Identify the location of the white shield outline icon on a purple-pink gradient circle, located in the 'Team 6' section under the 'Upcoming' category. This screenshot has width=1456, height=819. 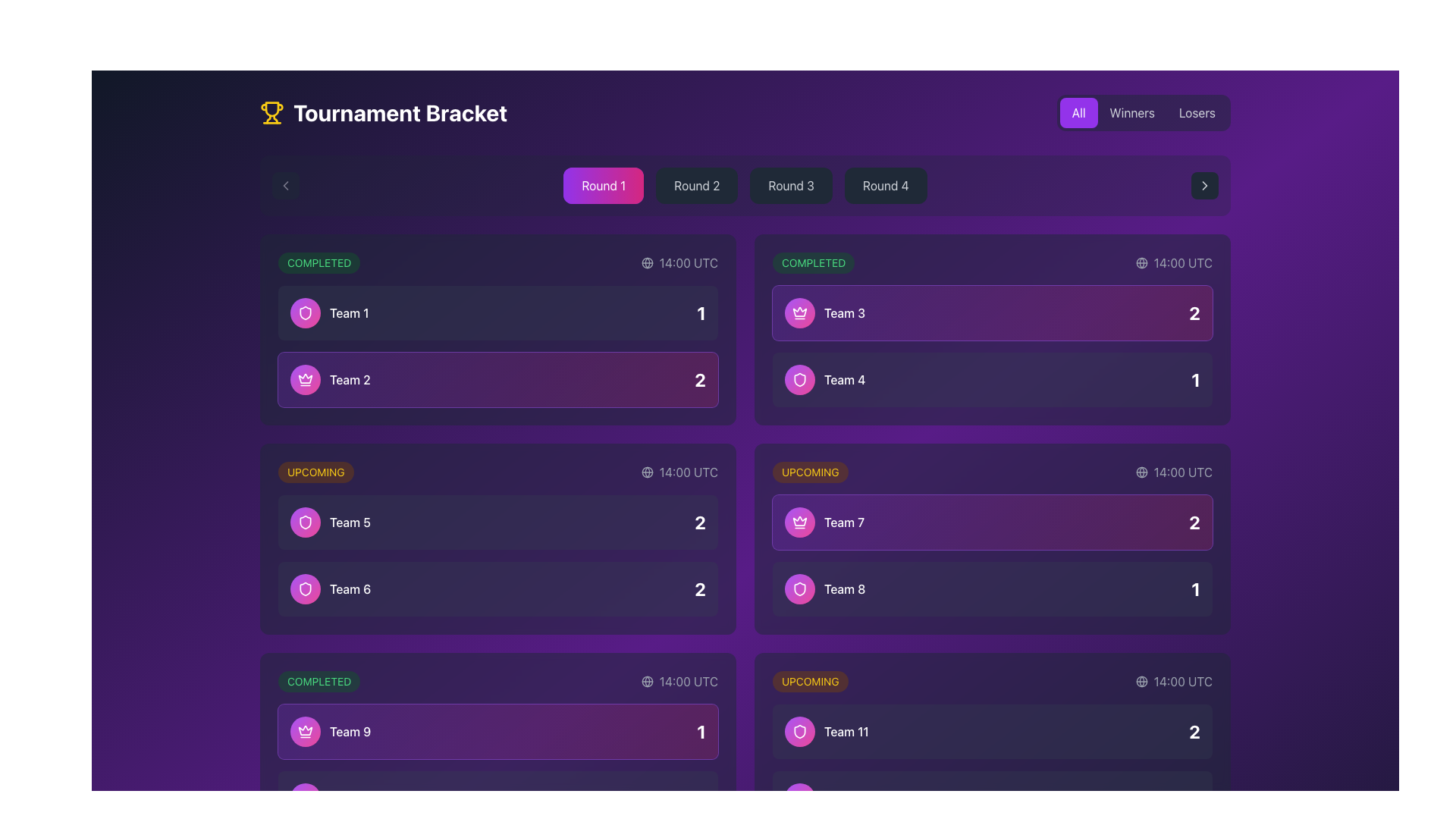
(305, 522).